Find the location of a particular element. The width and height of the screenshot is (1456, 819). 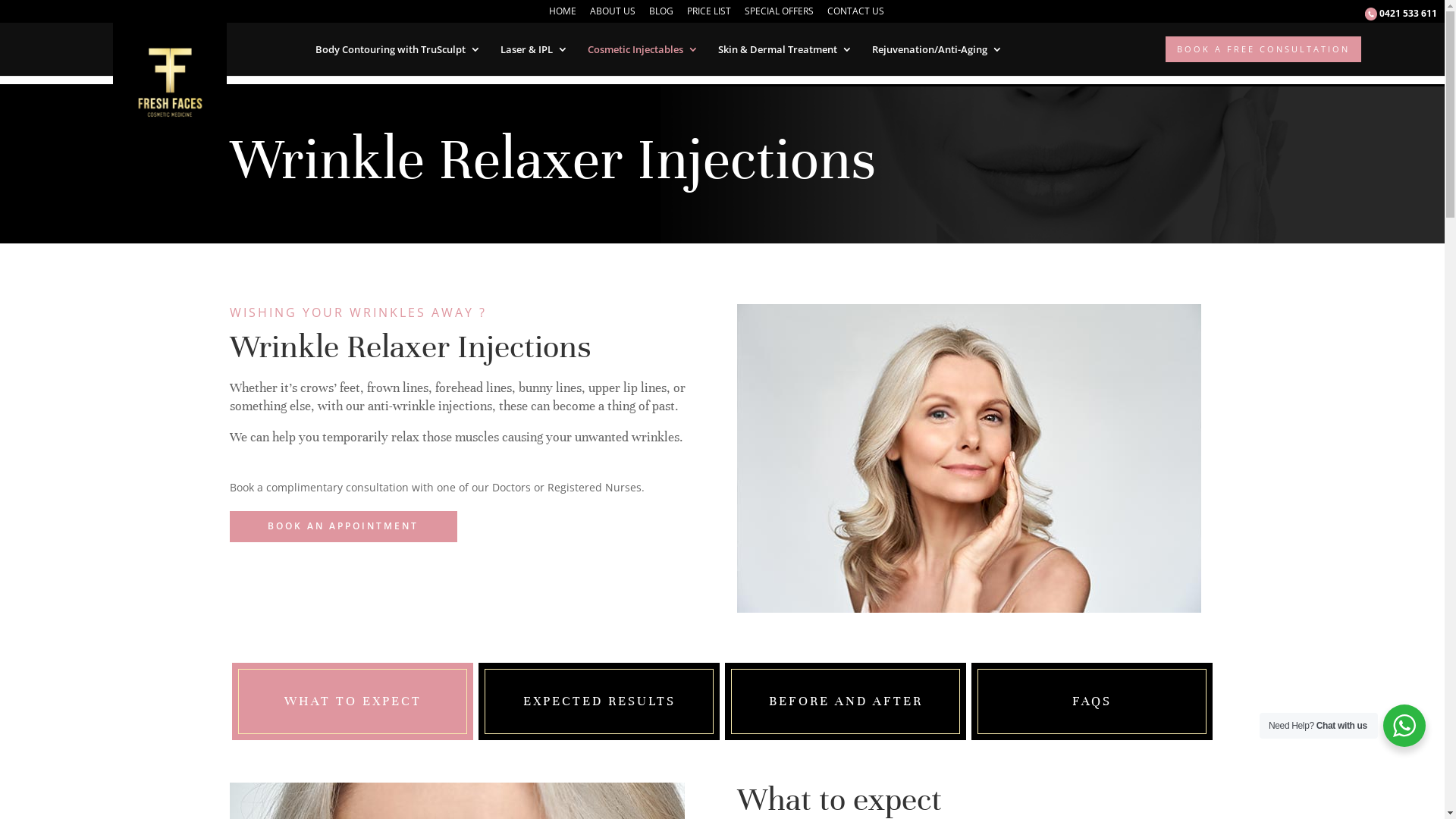

'PRICE LIST' is located at coordinates (686, 14).